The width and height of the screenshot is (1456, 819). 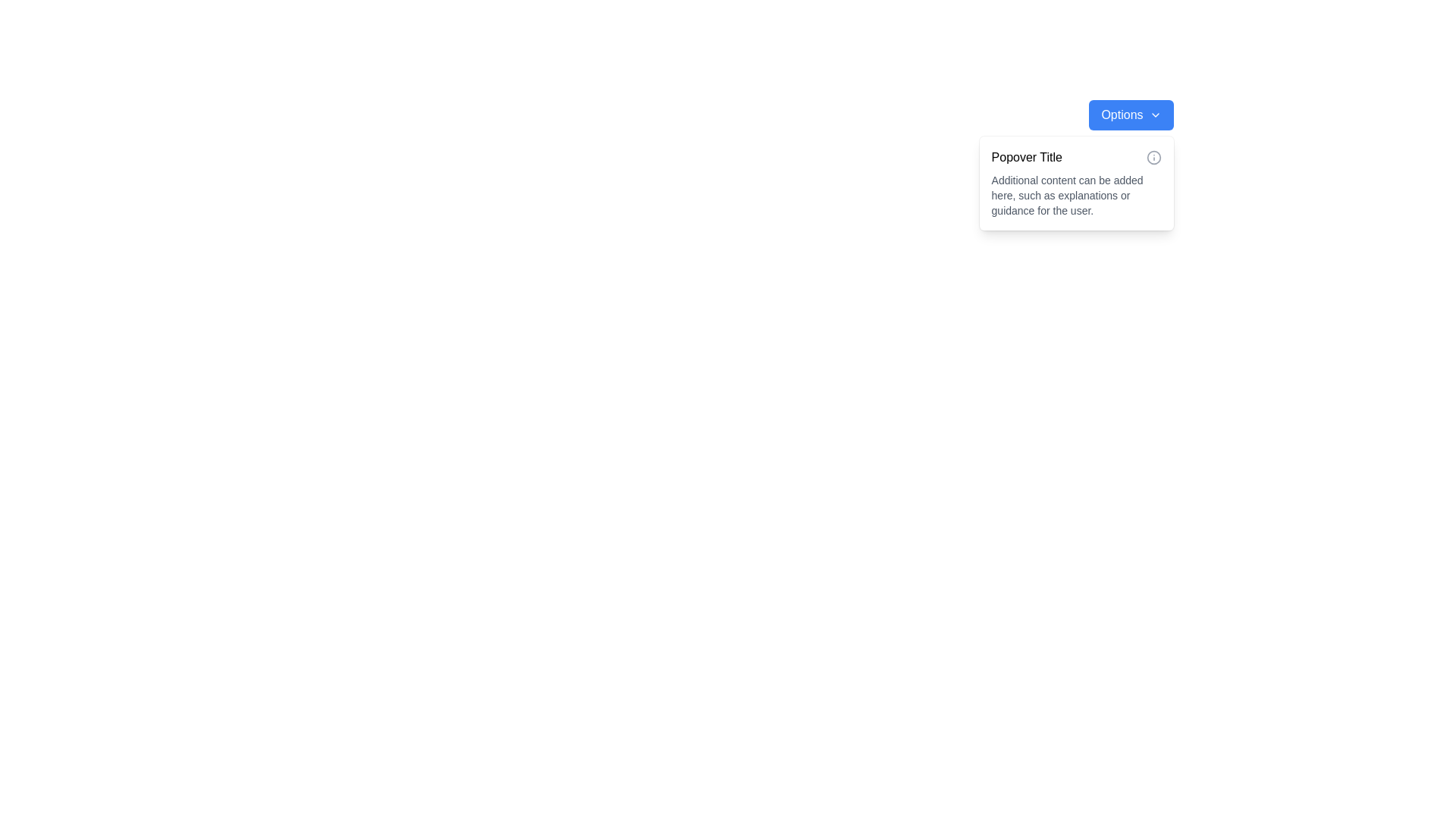 What do you see at coordinates (1075, 195) in the screenshot?
I see `the explanatory Text Block located below the title 'Popover Title' within the popover dialog` at bounding box center [1075, 195].